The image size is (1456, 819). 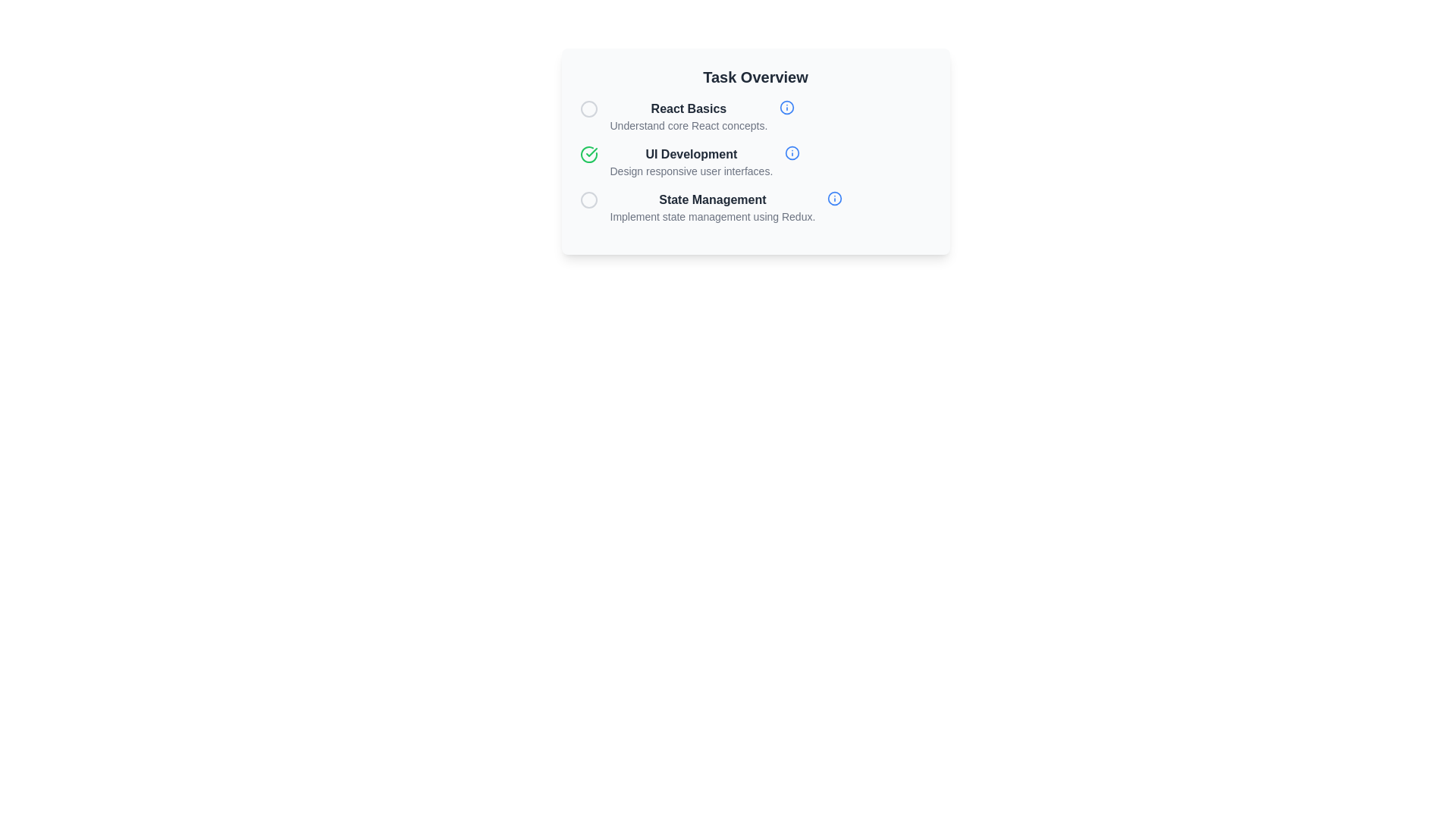 What do you see at coordinates (755, 77) in the screenshot?
I see `the header text label 'Task Overview' which is bold and large-sized, located at the top of a card with a light gray background` at bounding box center [755, 77].